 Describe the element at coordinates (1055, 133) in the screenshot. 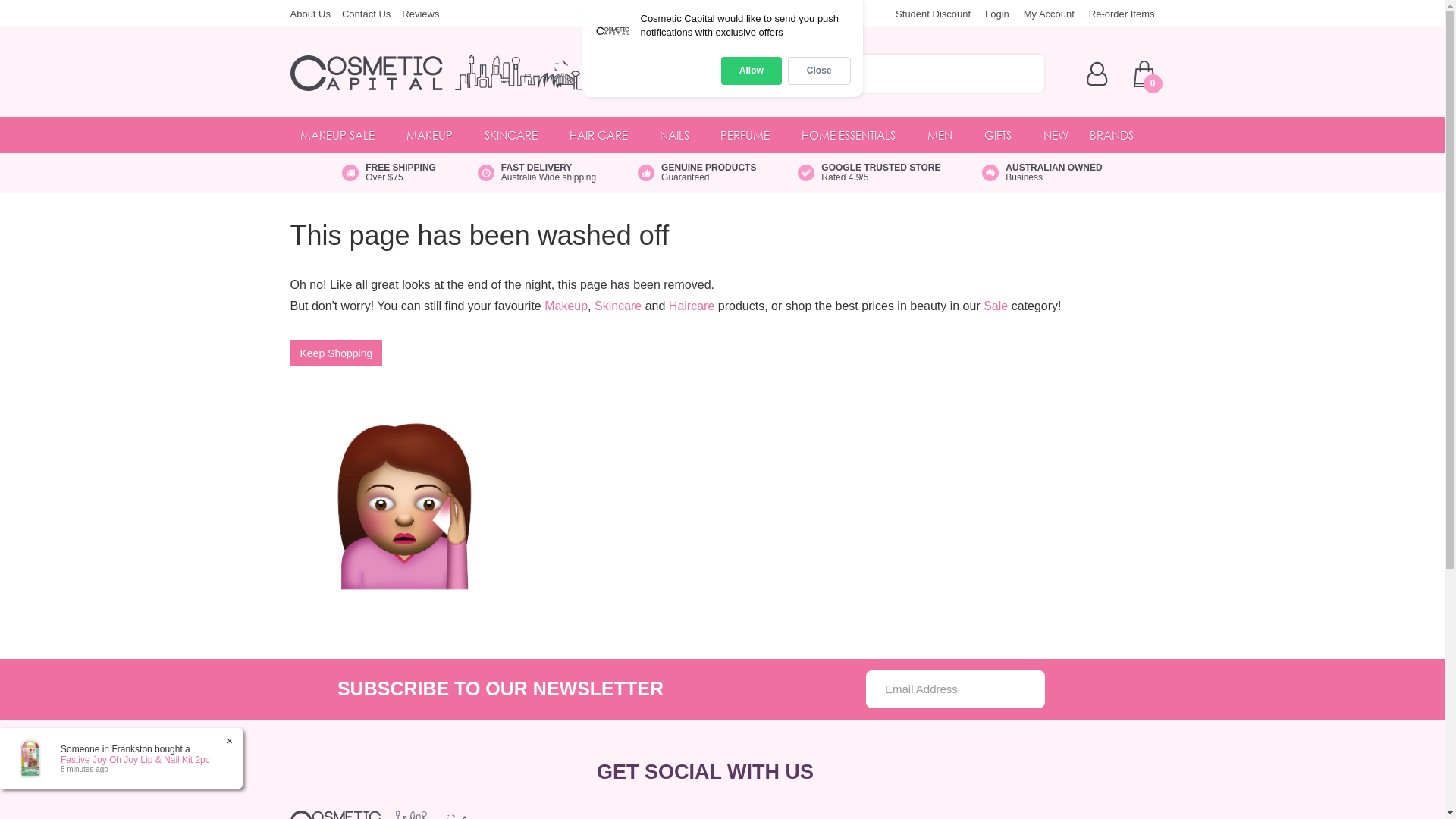

I see `'NEW'` at that location.